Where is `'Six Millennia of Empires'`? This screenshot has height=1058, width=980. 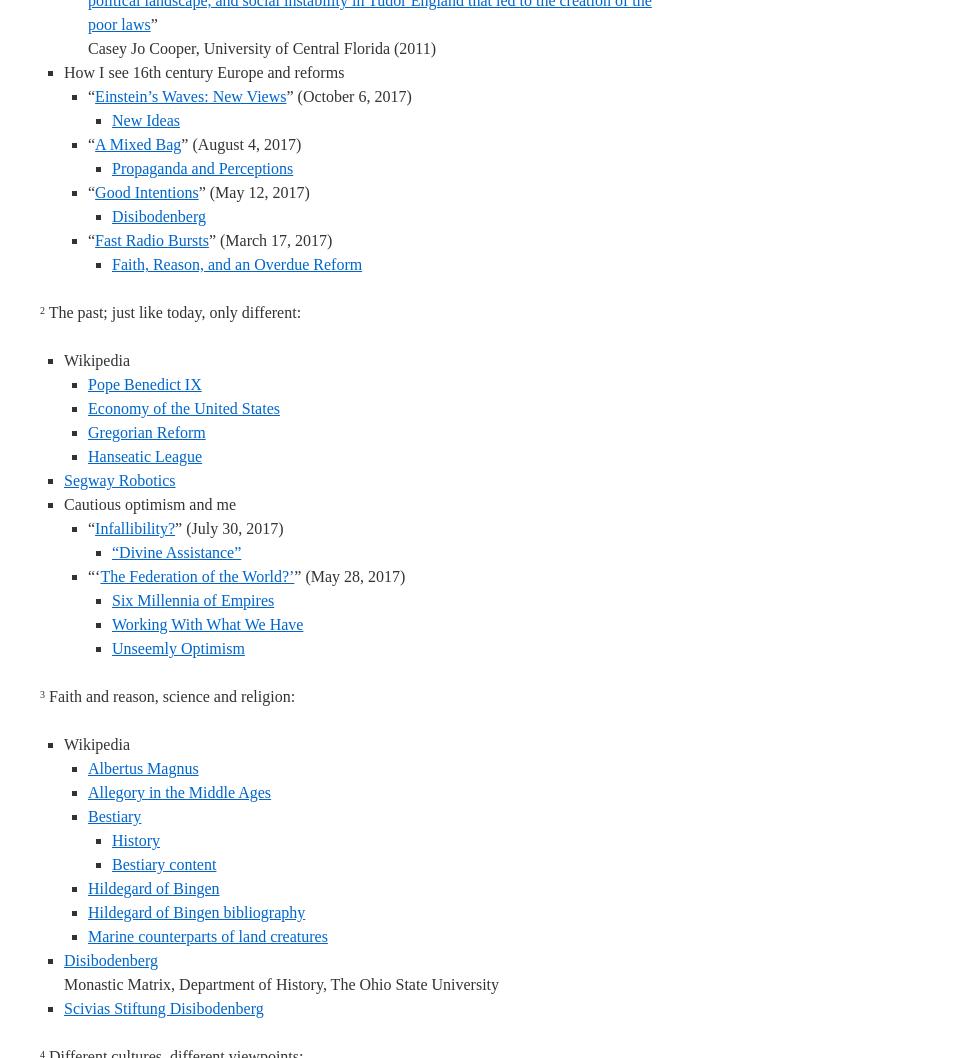 'Six Millennia of Empires' is located at coordinates (192, 600).